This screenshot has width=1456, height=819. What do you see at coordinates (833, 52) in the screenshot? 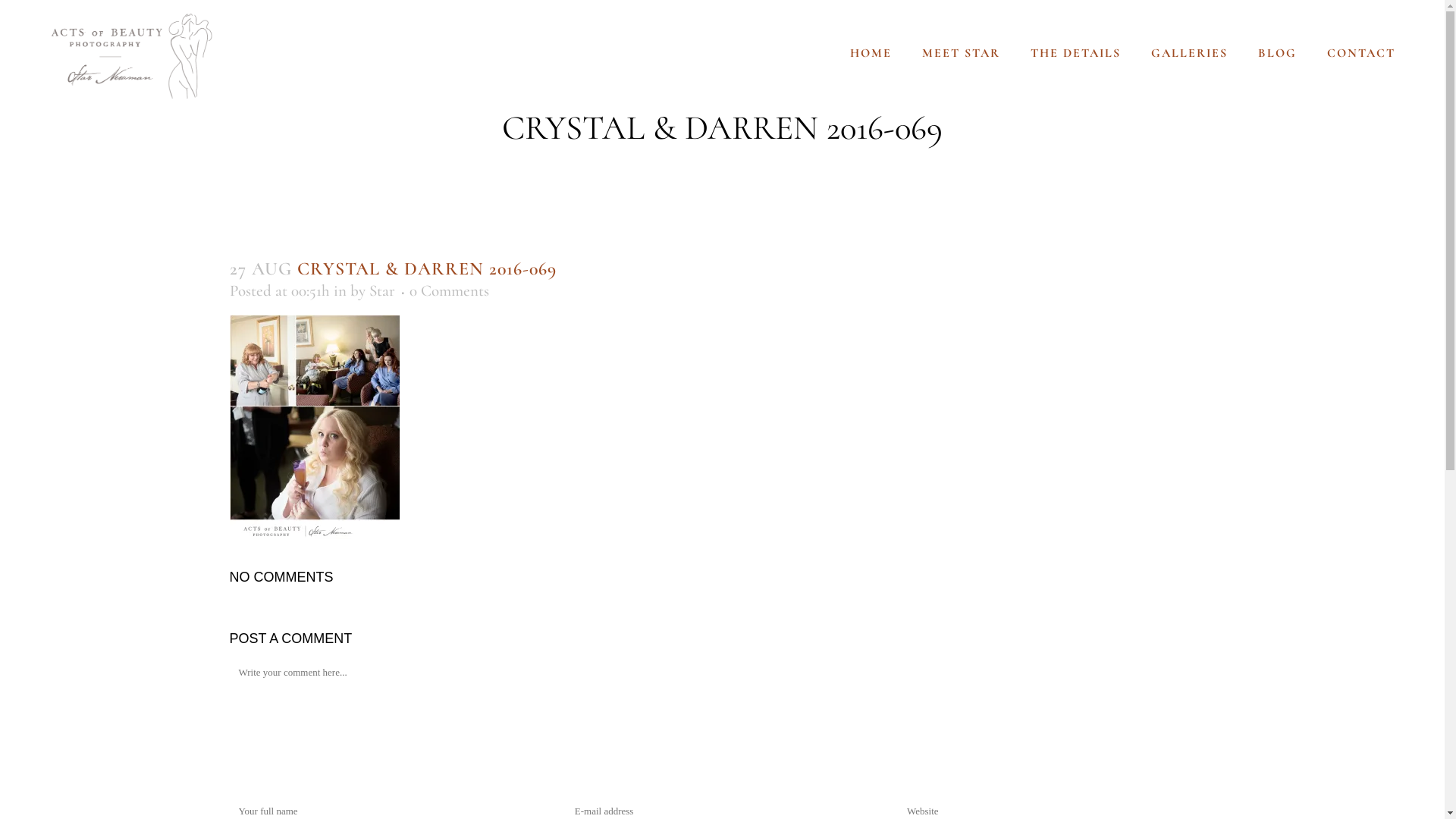
I see `'HOME'` at bounding box center [833, 52].